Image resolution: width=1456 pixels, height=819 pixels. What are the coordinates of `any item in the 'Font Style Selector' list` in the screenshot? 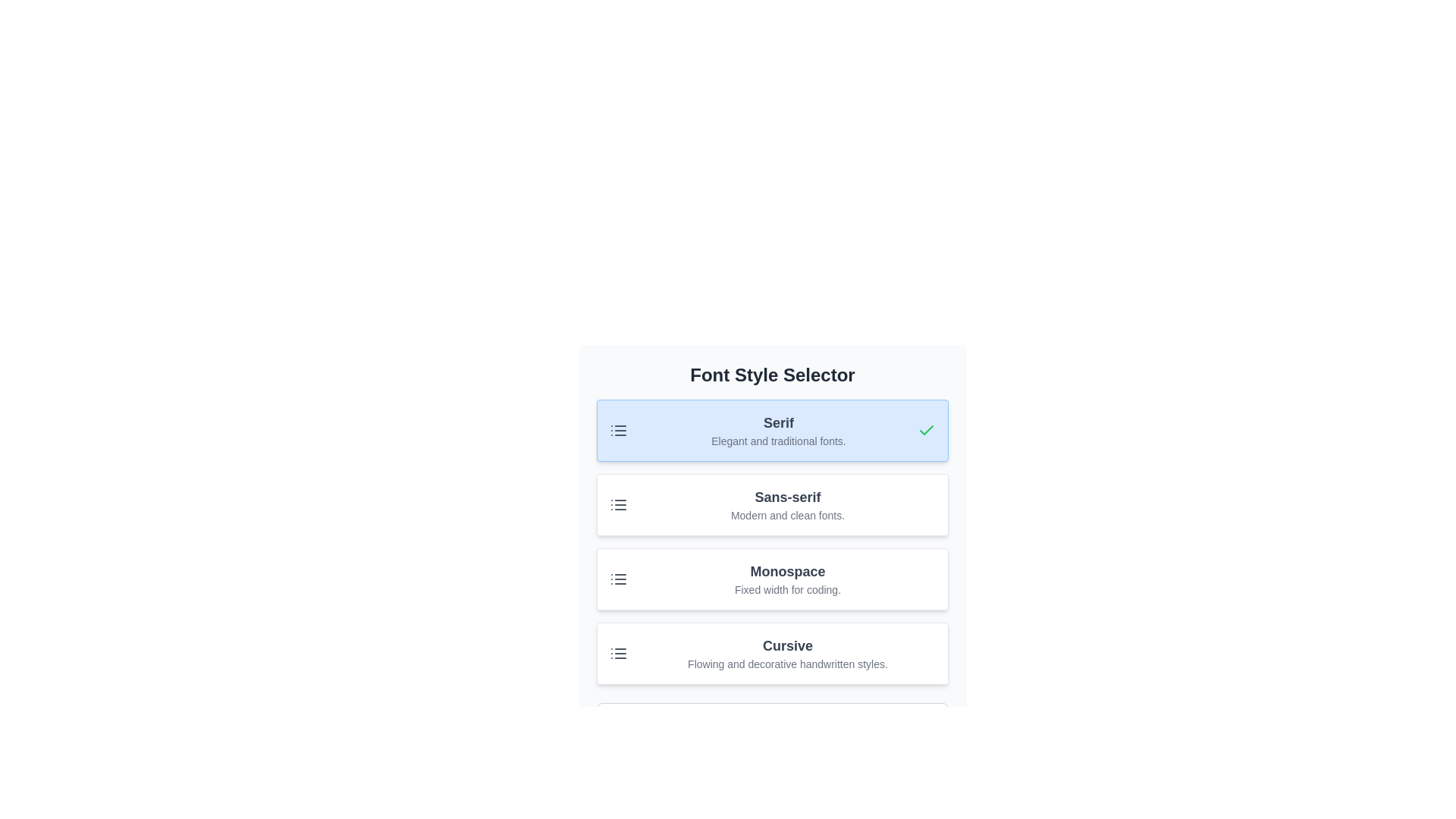 It's located at (772, 541).